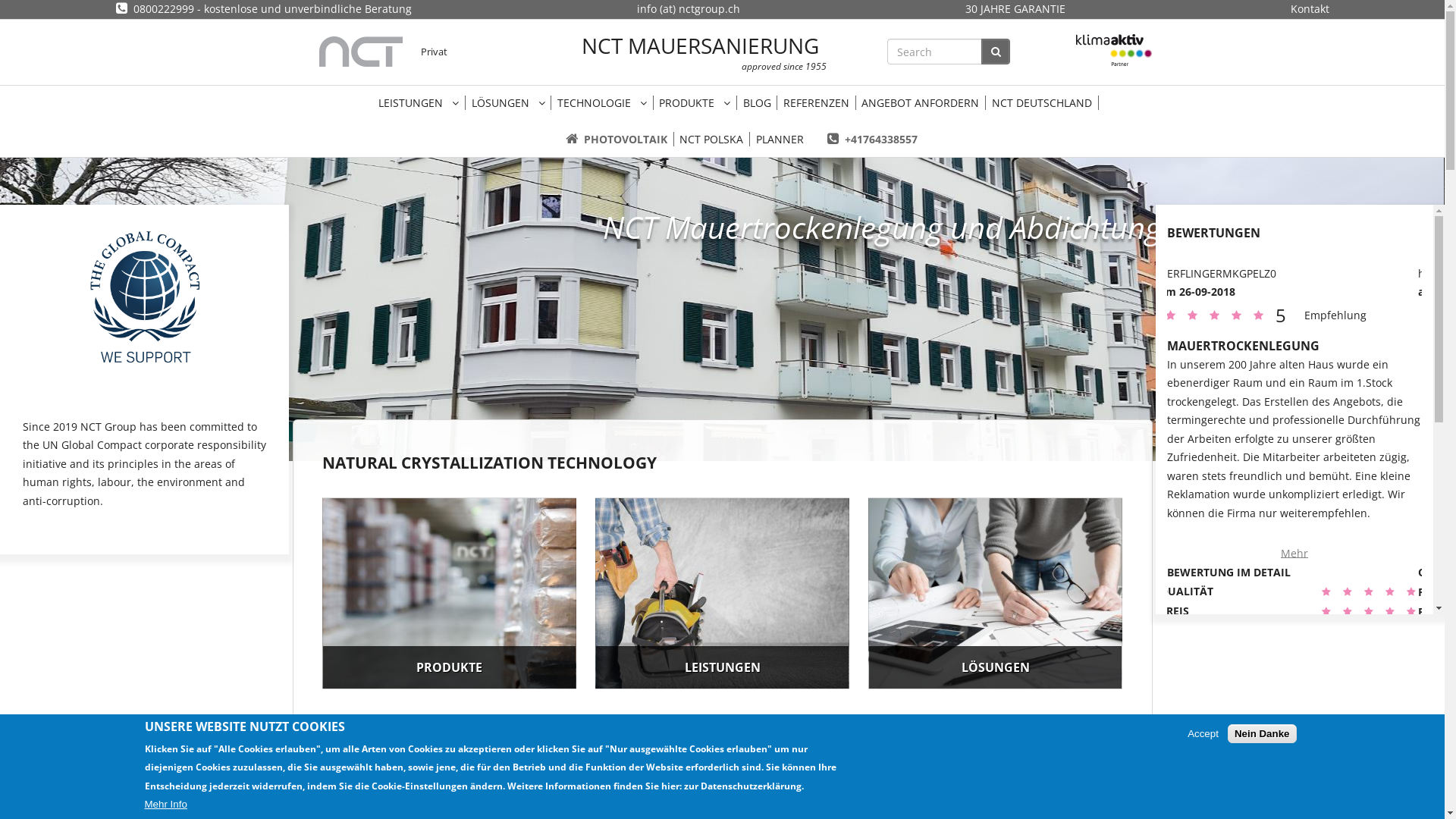  I want to click on 'Privat', so click(432, 51).